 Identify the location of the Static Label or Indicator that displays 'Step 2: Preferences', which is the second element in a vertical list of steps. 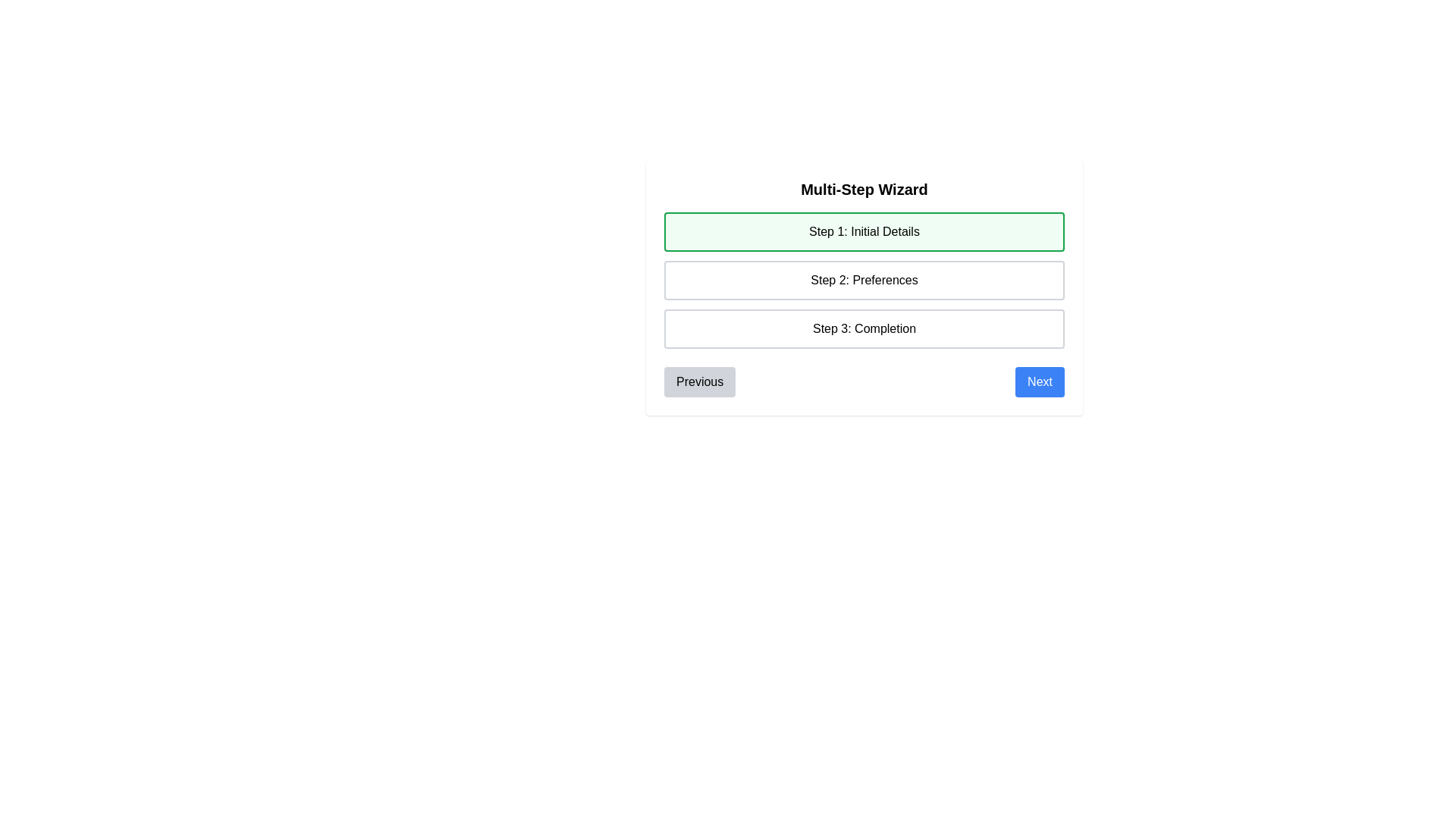
(864, 281).